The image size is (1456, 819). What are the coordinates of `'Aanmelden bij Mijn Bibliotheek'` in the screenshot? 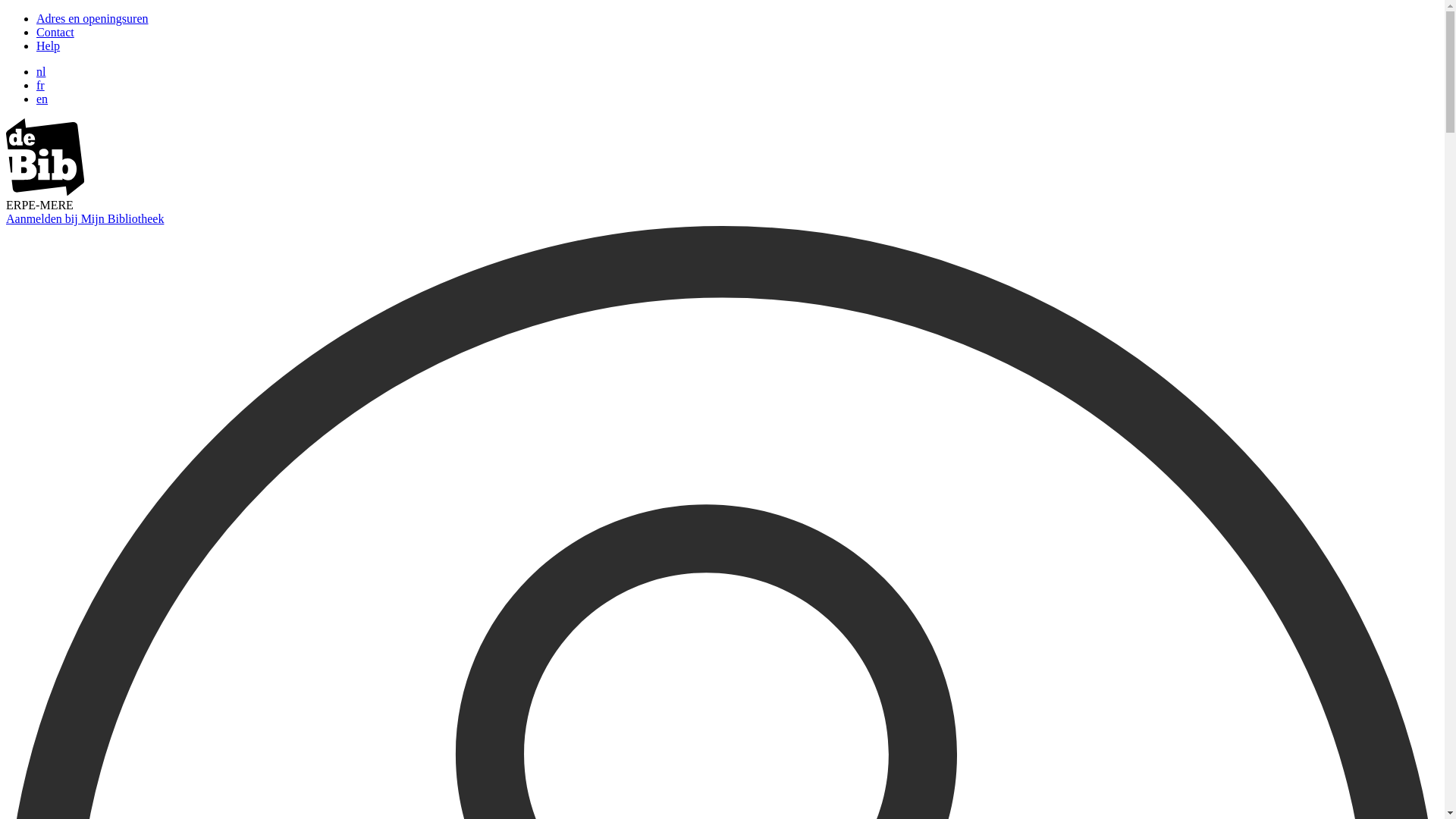 It's located at (83, 218).